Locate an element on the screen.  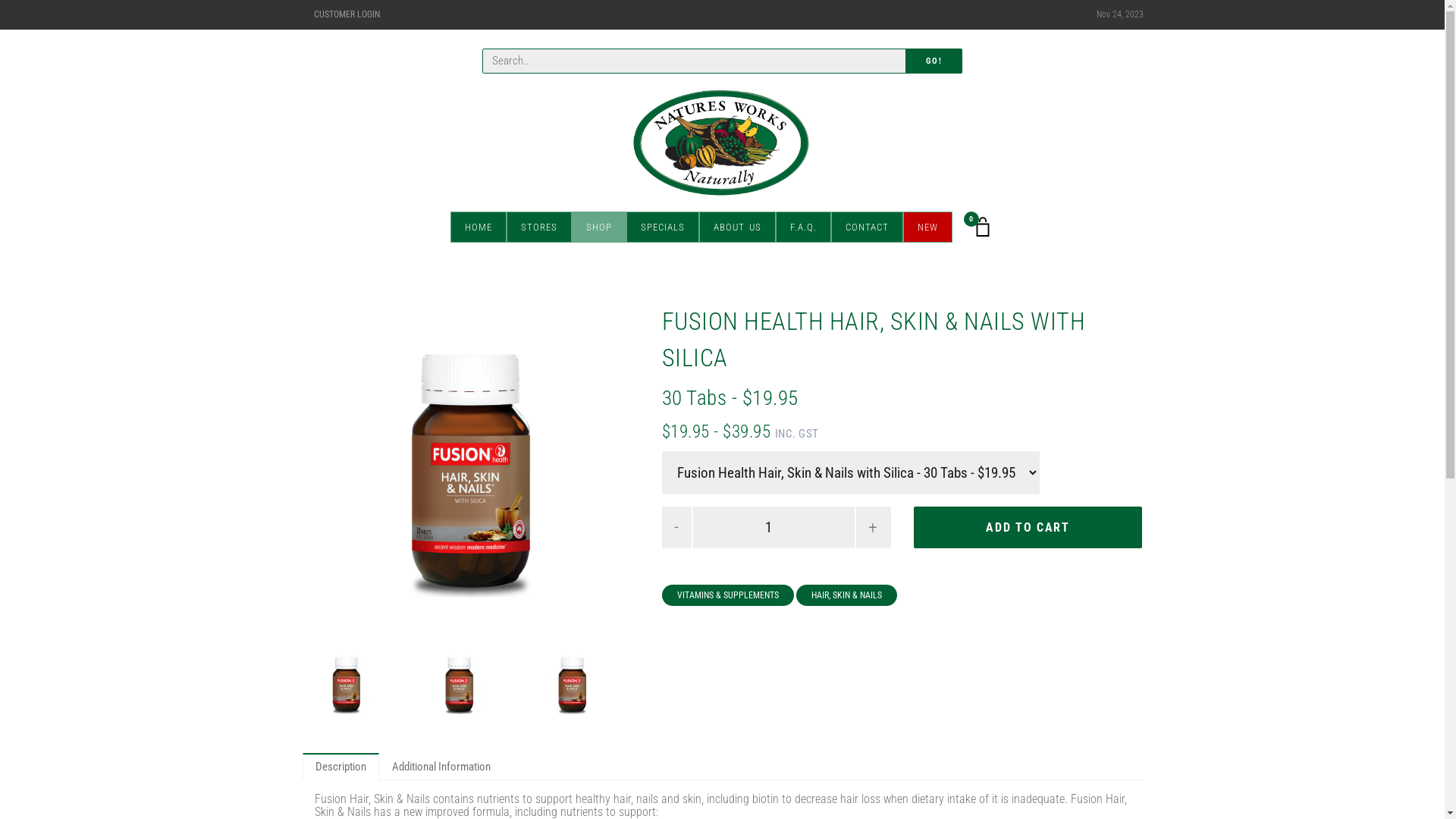
'SHOP' is located at coordinates (598, 226).